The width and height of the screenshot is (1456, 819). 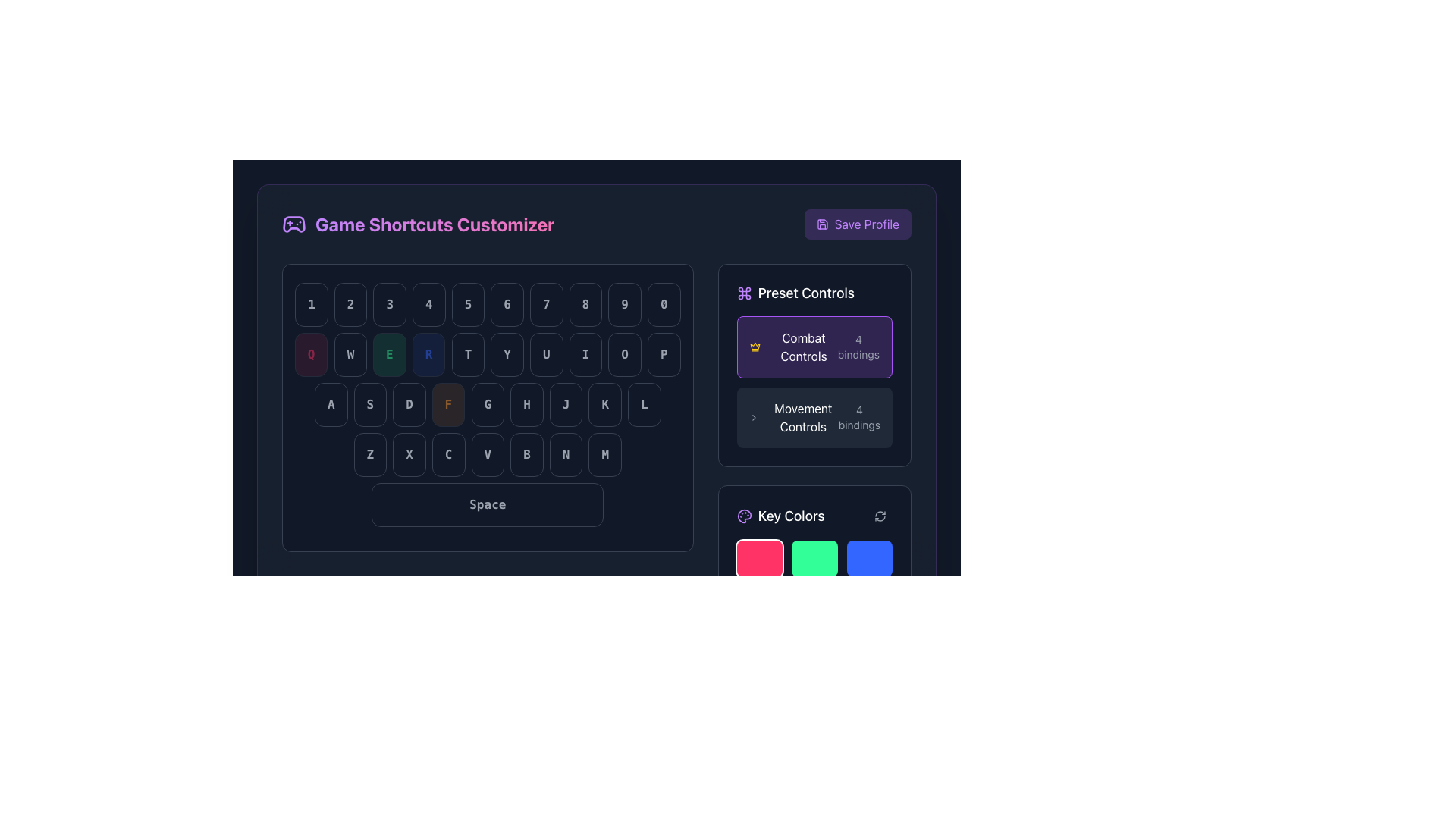 What do you see at coordinates (467, 354) in the screenshot?
I see `the rectangular button with rounded corners labeled 'T', located in the middle row of a virtual keyboard layout, positioned between the 'RReload' and 'Y' buttons` at bounding box center [467, 354].